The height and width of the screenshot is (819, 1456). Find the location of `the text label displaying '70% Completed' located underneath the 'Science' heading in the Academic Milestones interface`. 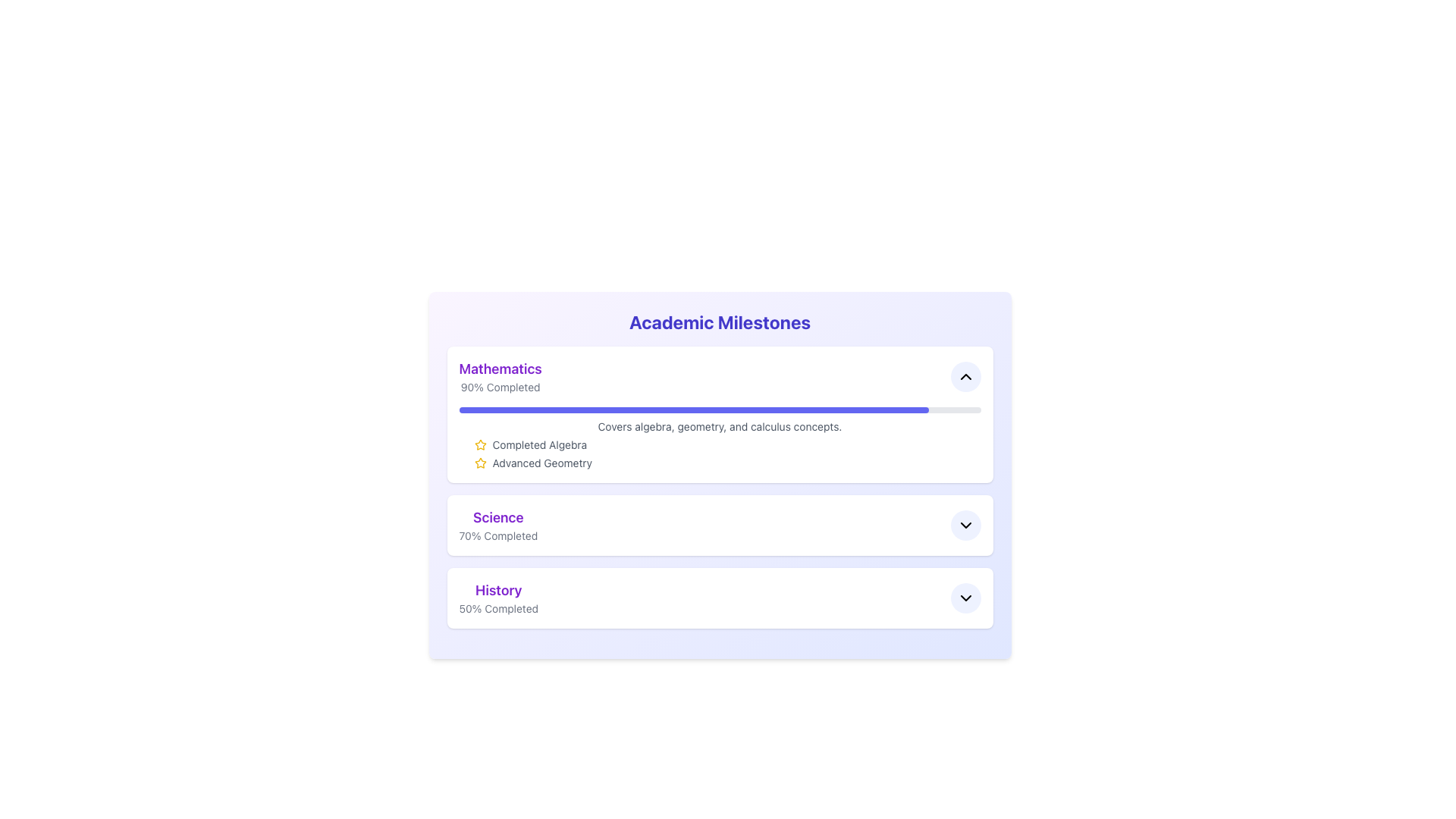

the text label displaying '70% Completed' located underneath the 'Science' heading in the Academic Milestones interface is located at coordinates (498, 535).